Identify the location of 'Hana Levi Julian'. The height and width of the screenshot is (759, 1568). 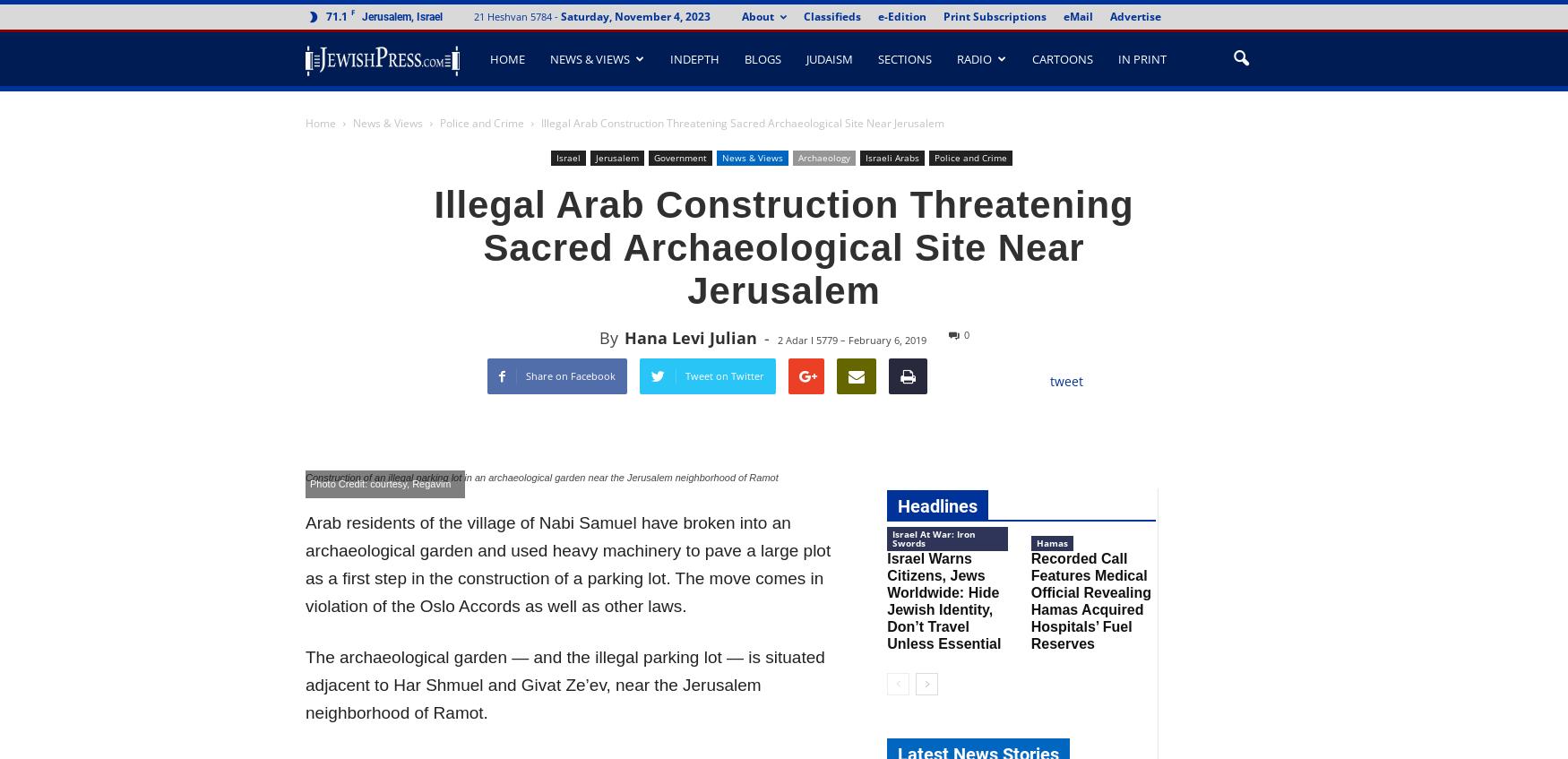
(623, 336).